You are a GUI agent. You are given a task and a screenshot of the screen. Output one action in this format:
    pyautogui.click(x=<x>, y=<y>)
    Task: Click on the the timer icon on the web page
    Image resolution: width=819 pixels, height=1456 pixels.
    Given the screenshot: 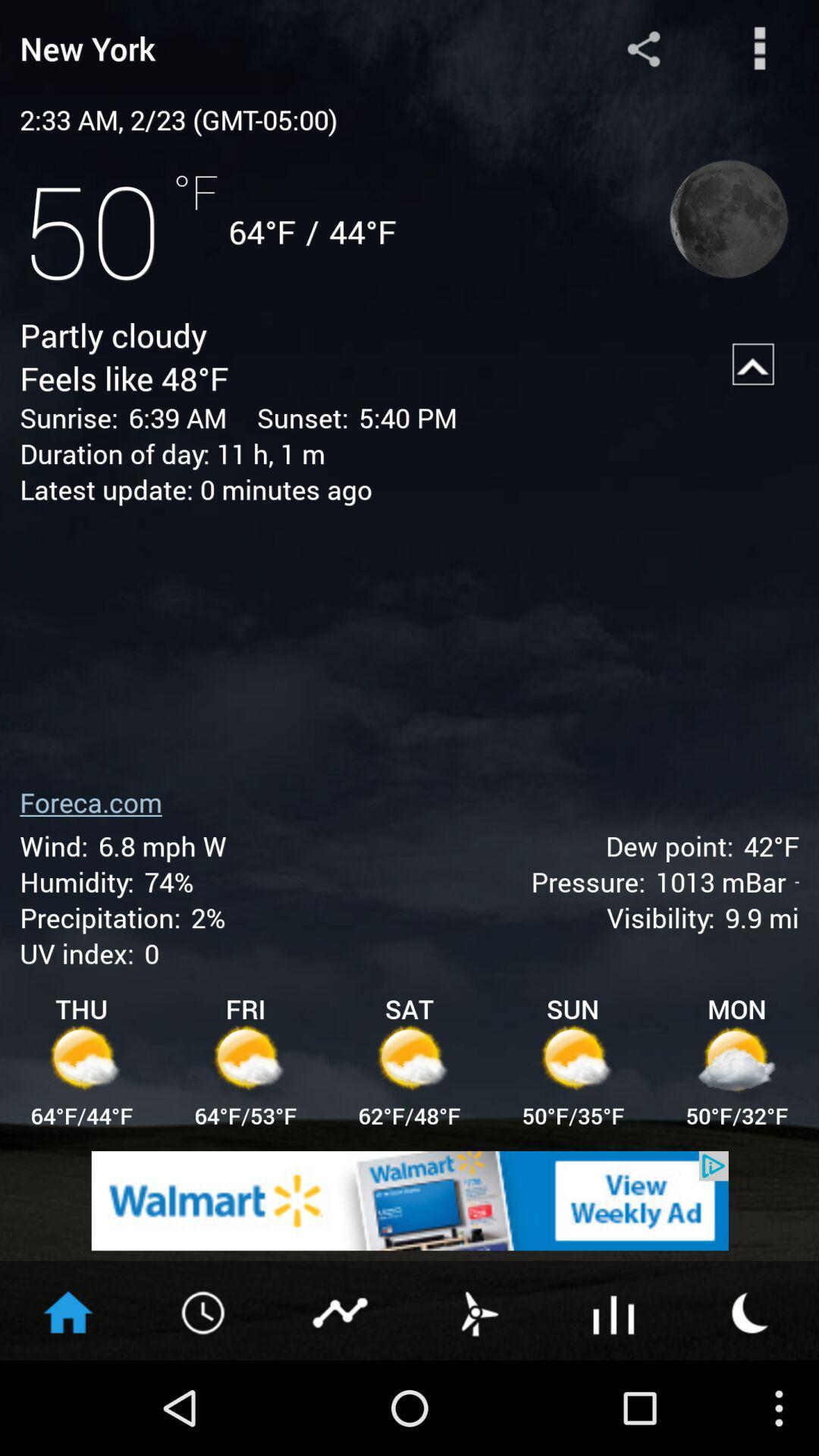 What is the action you would take?
    pyautogui.click(x=205, y=1310)
    